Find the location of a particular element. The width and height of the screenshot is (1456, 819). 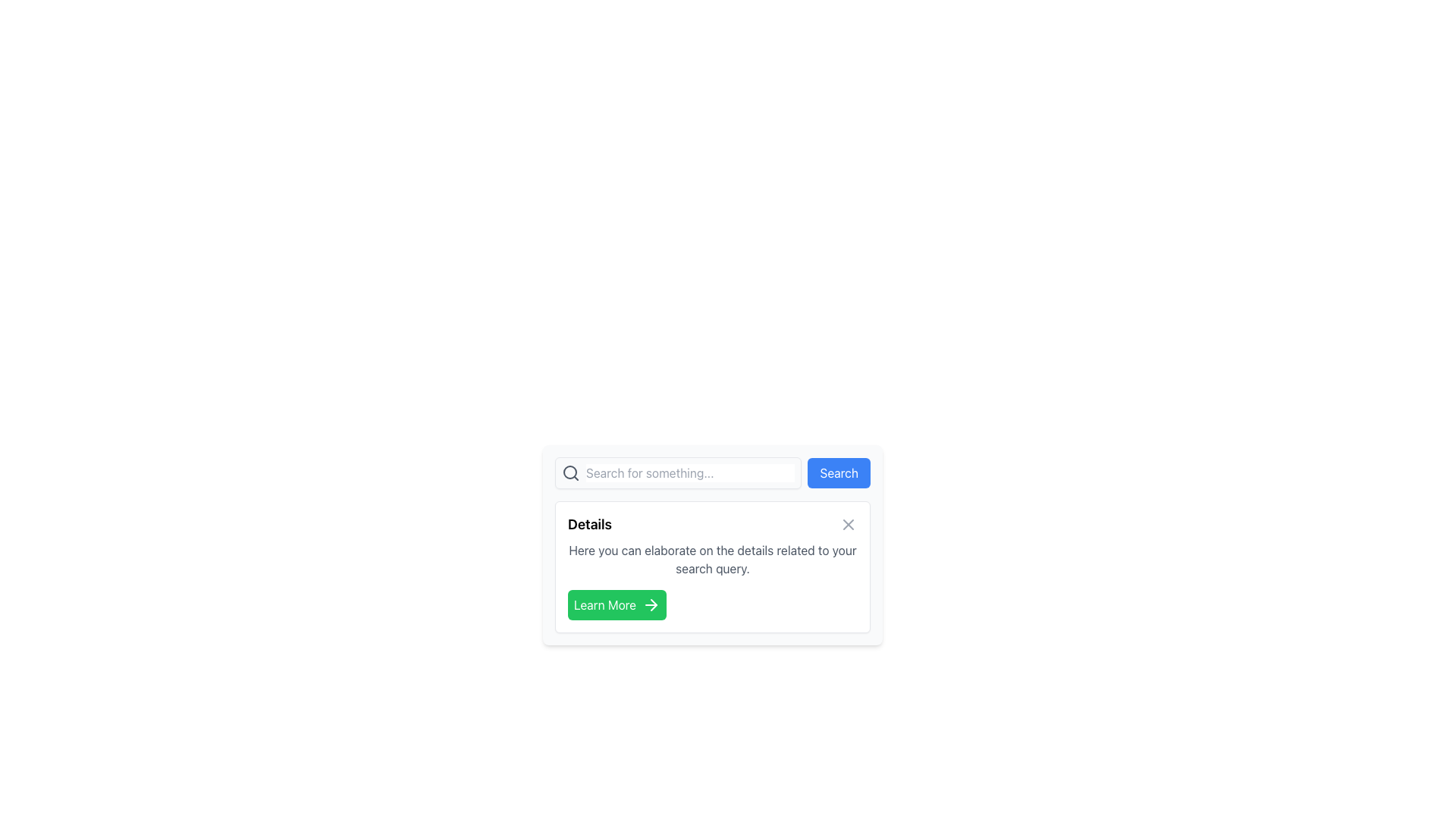

the button located within the 'Details' card component to observe the hover effect is located at coordinates (617, 604).